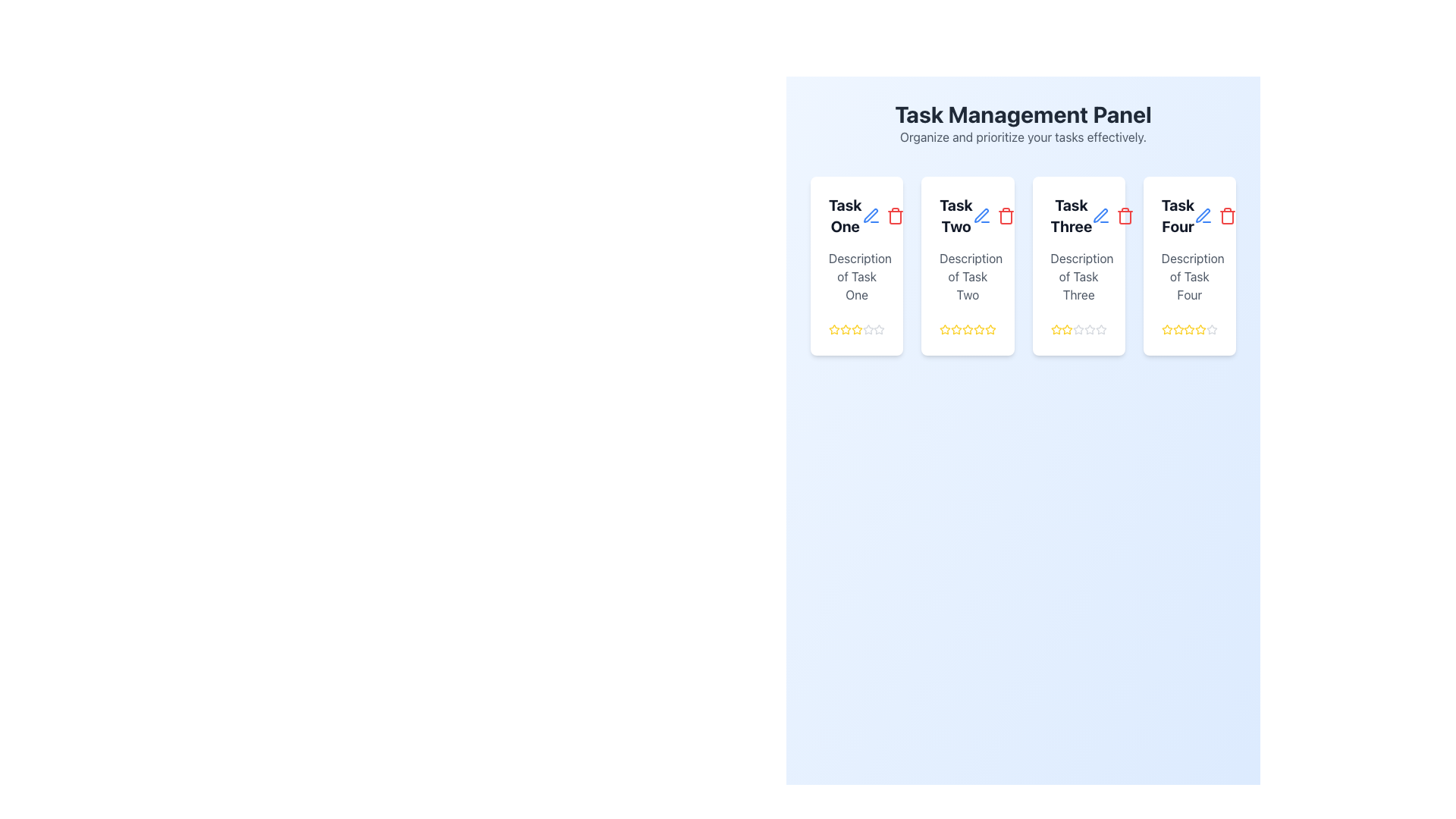 This screenshot has height=819, width=1456. I want to click on the trash icon located at the top right corner of the 'Task Four' card, so click(1216, 216).